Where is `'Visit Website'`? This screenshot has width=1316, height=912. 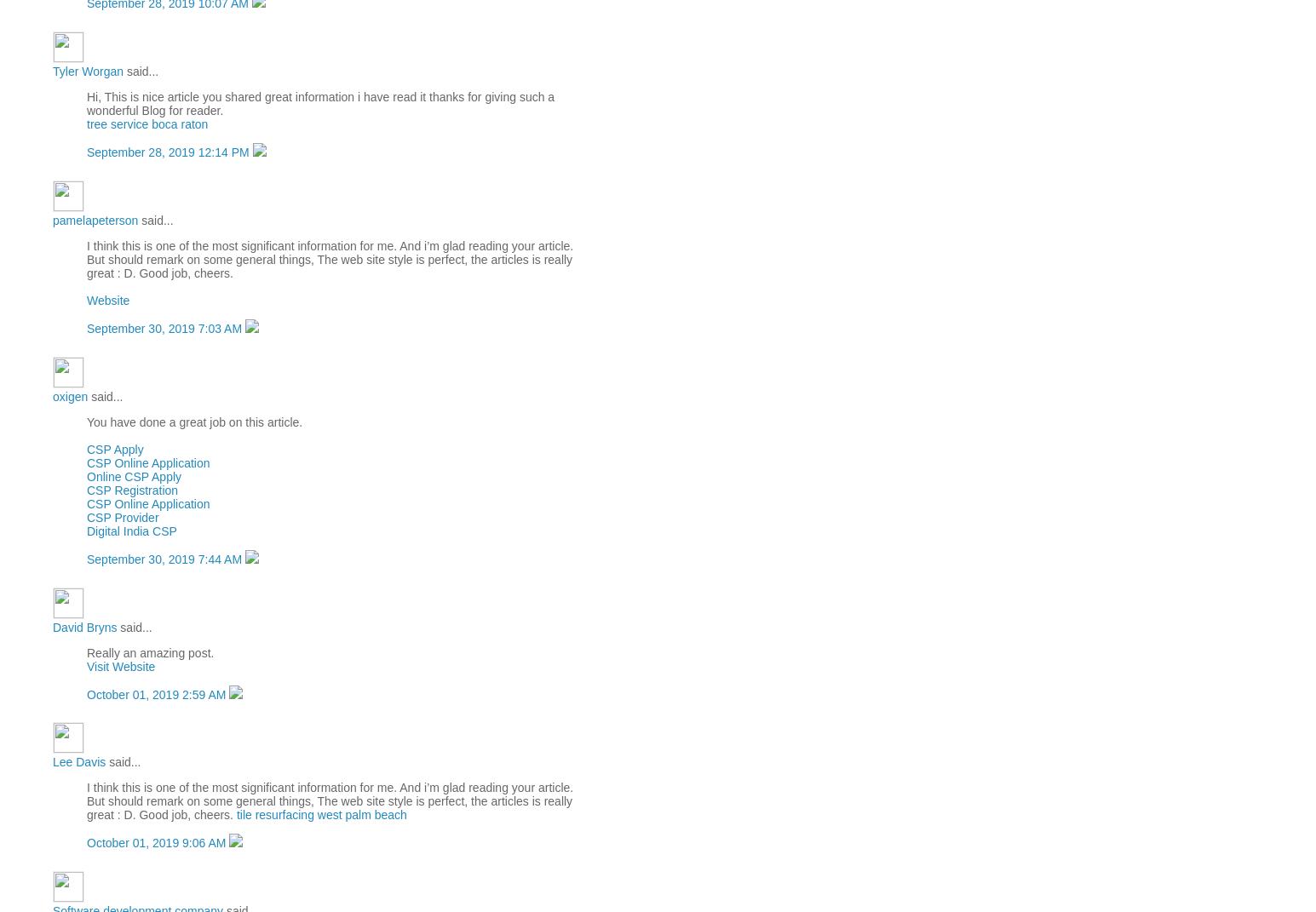 'Visit Website' is located at coordinates (119, 665).